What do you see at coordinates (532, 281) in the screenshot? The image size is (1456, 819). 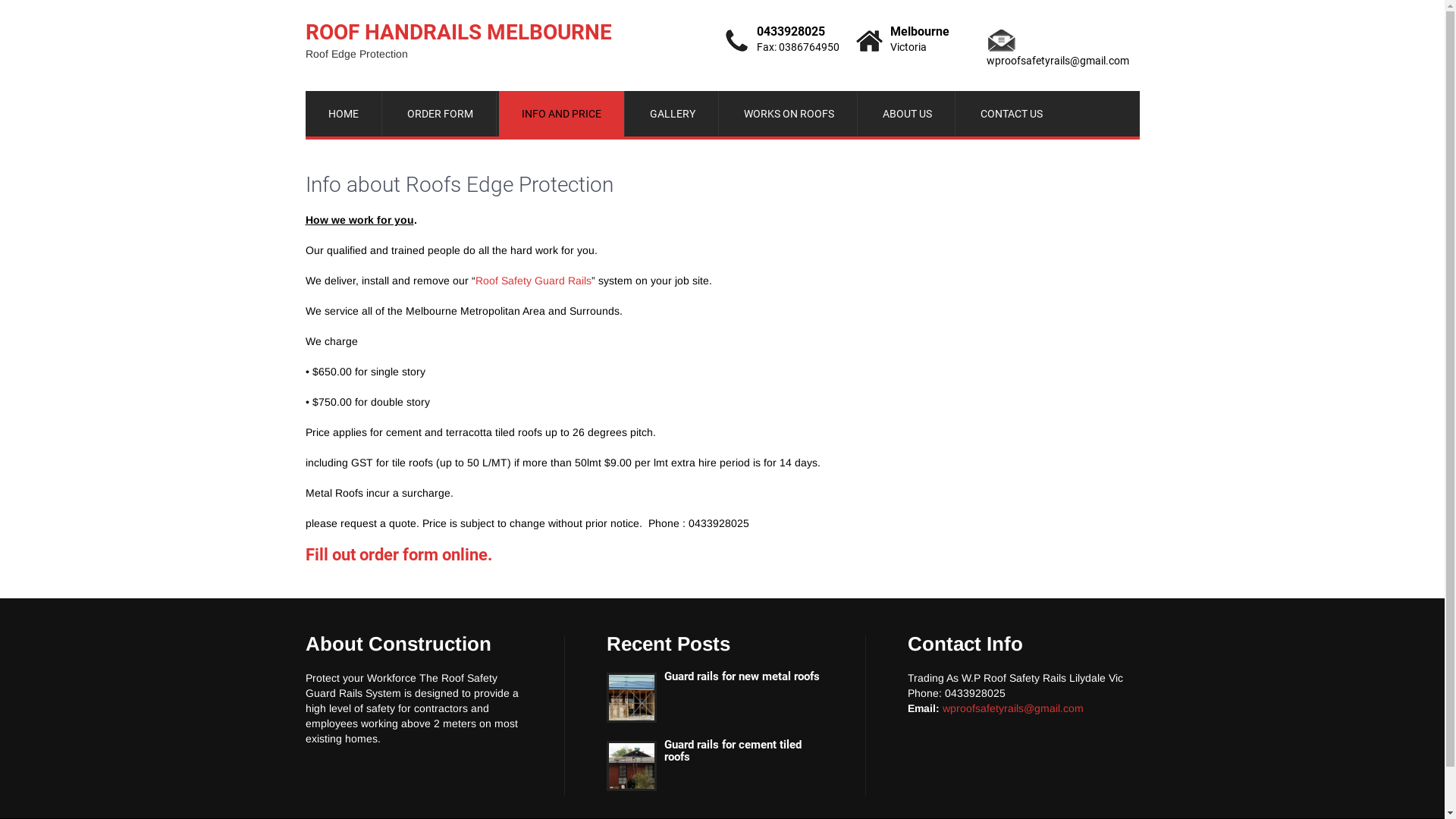 I see `'Roof Safety Guard Rails'` at bounding box center [532, 281].